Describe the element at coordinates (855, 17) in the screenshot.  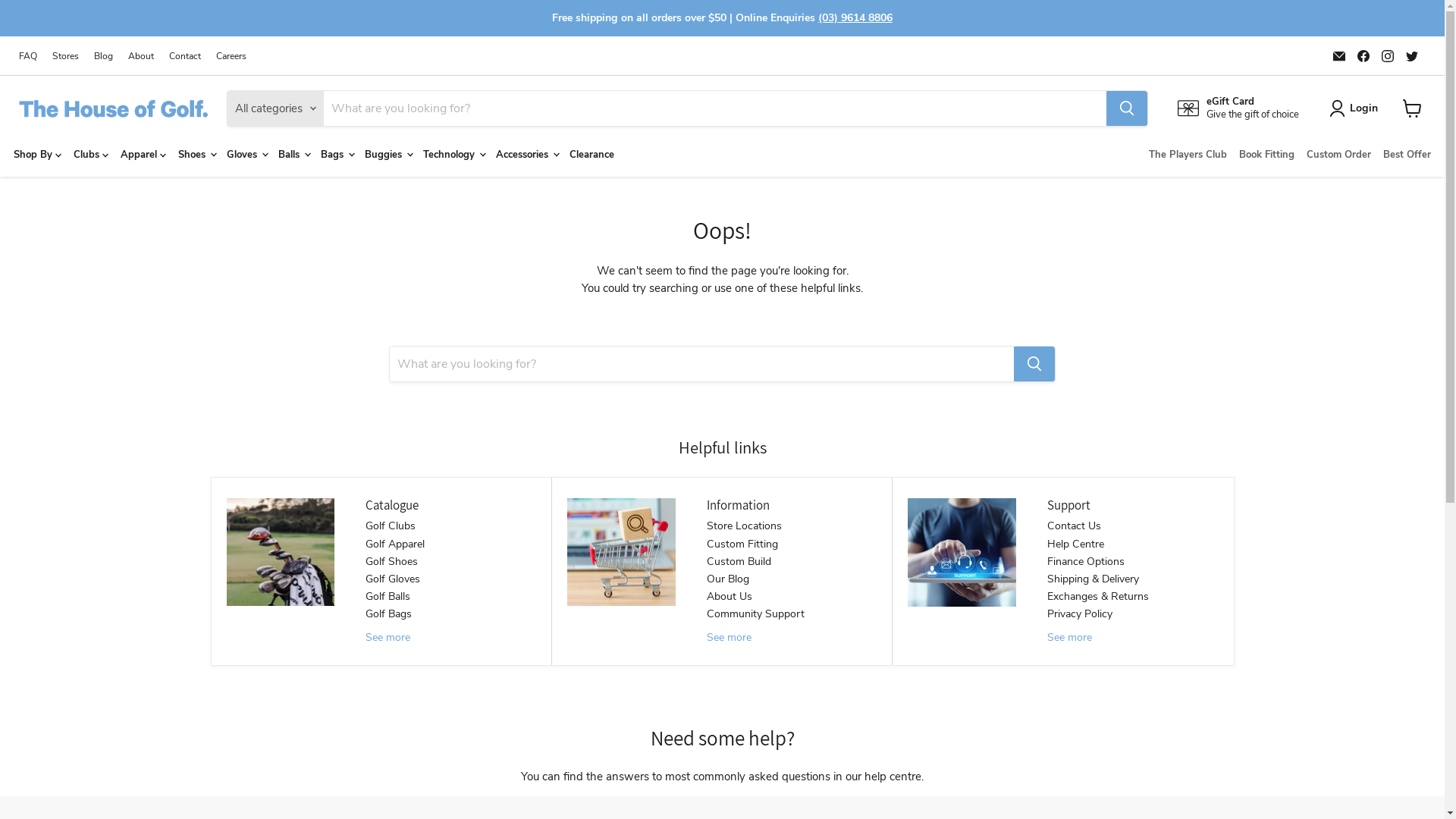
I see `'(03) 9614 8806'` at that location.